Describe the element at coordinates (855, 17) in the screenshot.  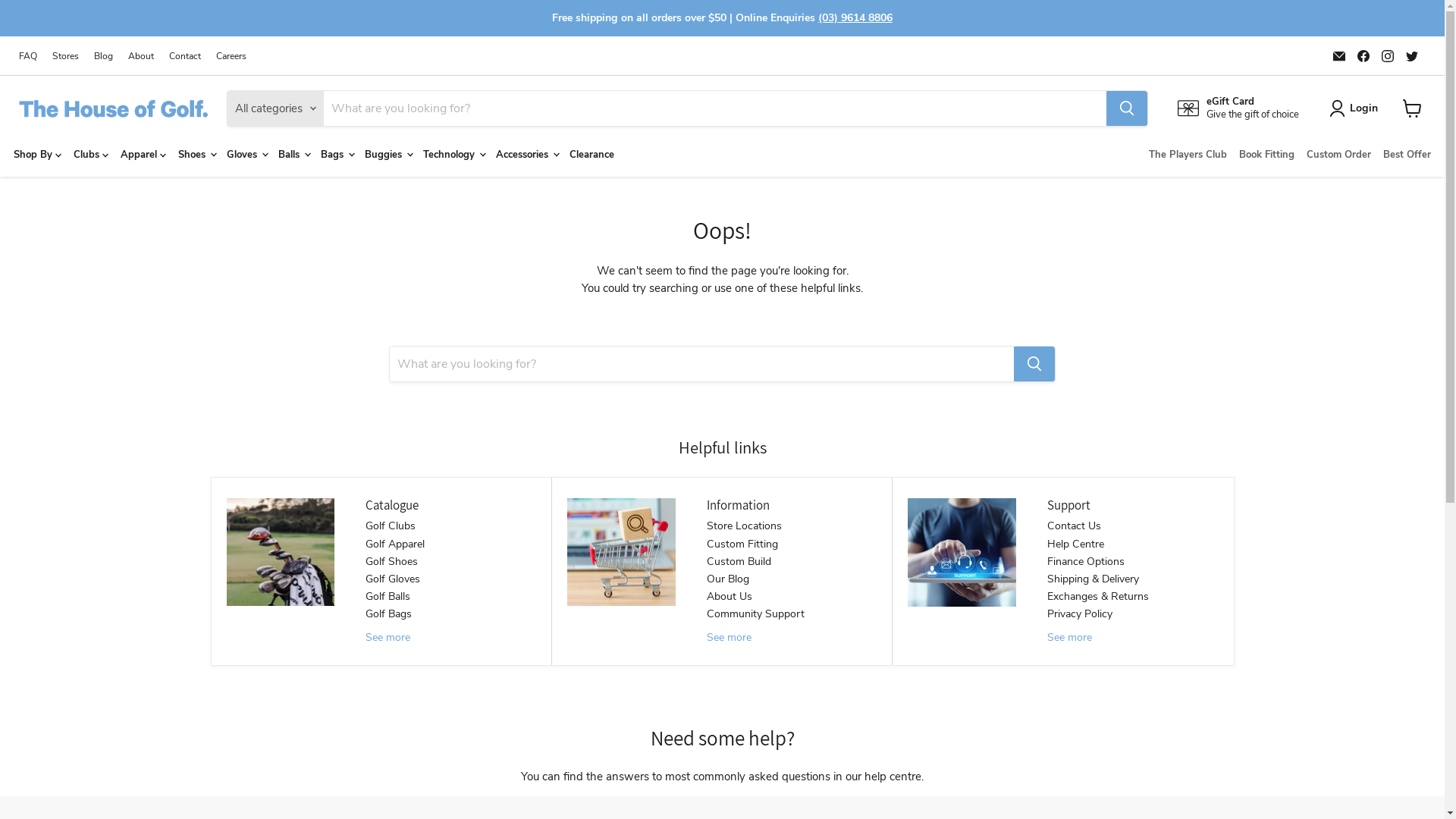
I see `'(03) 9614 8806'` at that location.